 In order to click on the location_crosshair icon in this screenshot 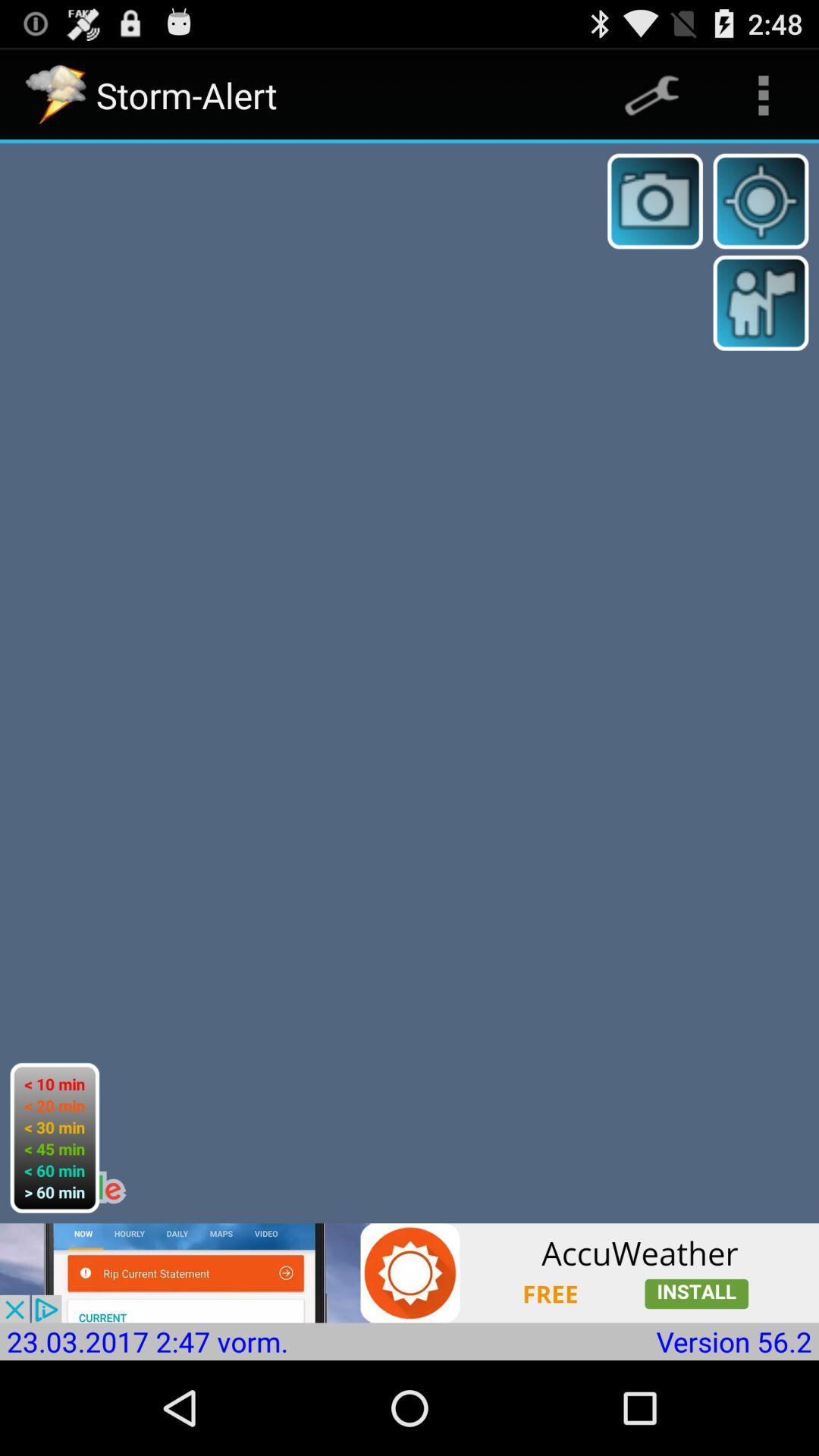, I will do `click(761, 215)`.